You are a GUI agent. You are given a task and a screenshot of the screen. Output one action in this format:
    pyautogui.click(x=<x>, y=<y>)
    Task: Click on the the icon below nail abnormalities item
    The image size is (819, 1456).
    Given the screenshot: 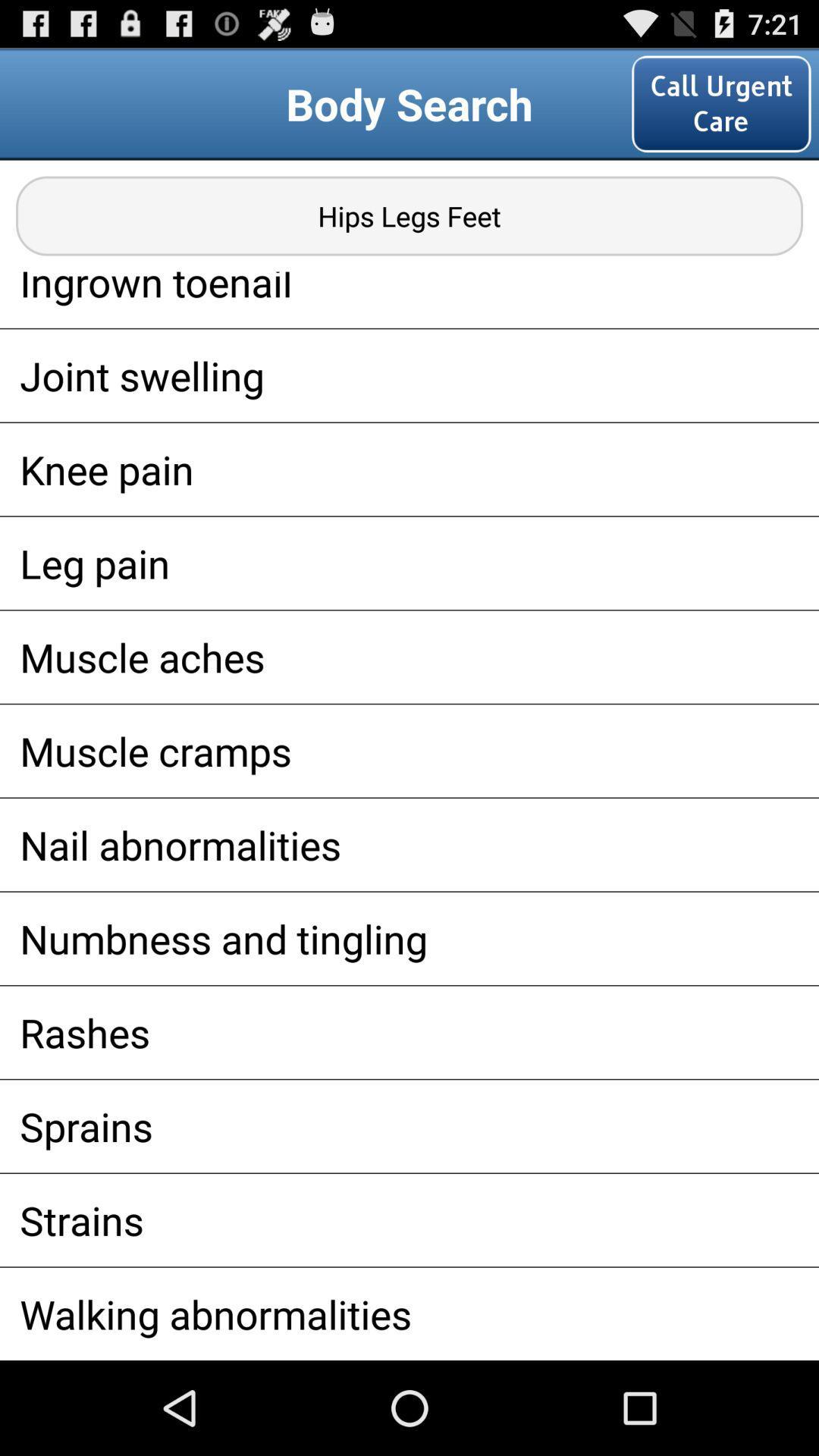 What is the action you would take?
    pyautogui.click(x=409, y=937)
    